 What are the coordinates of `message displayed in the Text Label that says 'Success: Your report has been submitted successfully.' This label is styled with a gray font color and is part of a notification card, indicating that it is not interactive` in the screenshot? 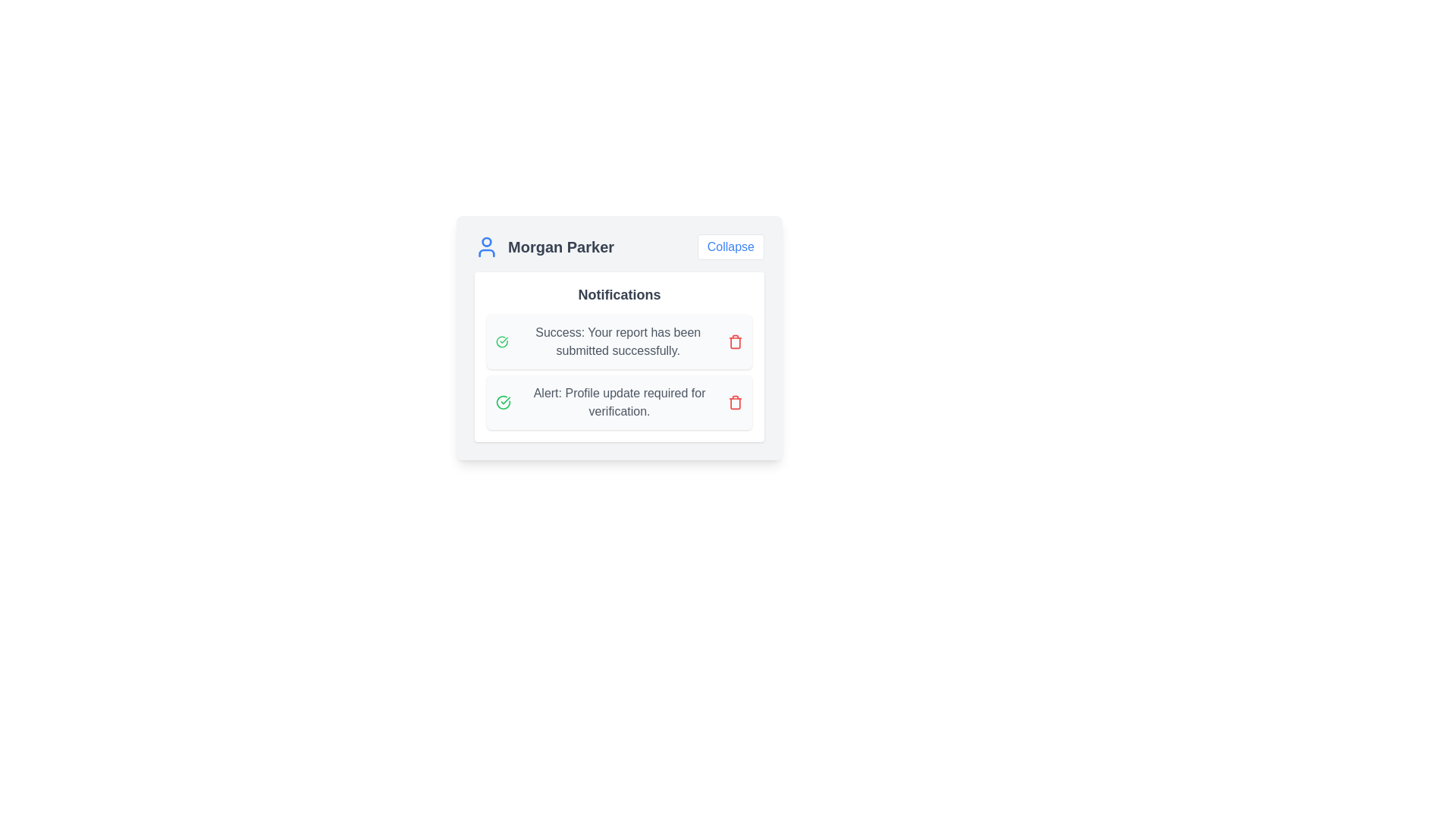 It's located at (618, 342).